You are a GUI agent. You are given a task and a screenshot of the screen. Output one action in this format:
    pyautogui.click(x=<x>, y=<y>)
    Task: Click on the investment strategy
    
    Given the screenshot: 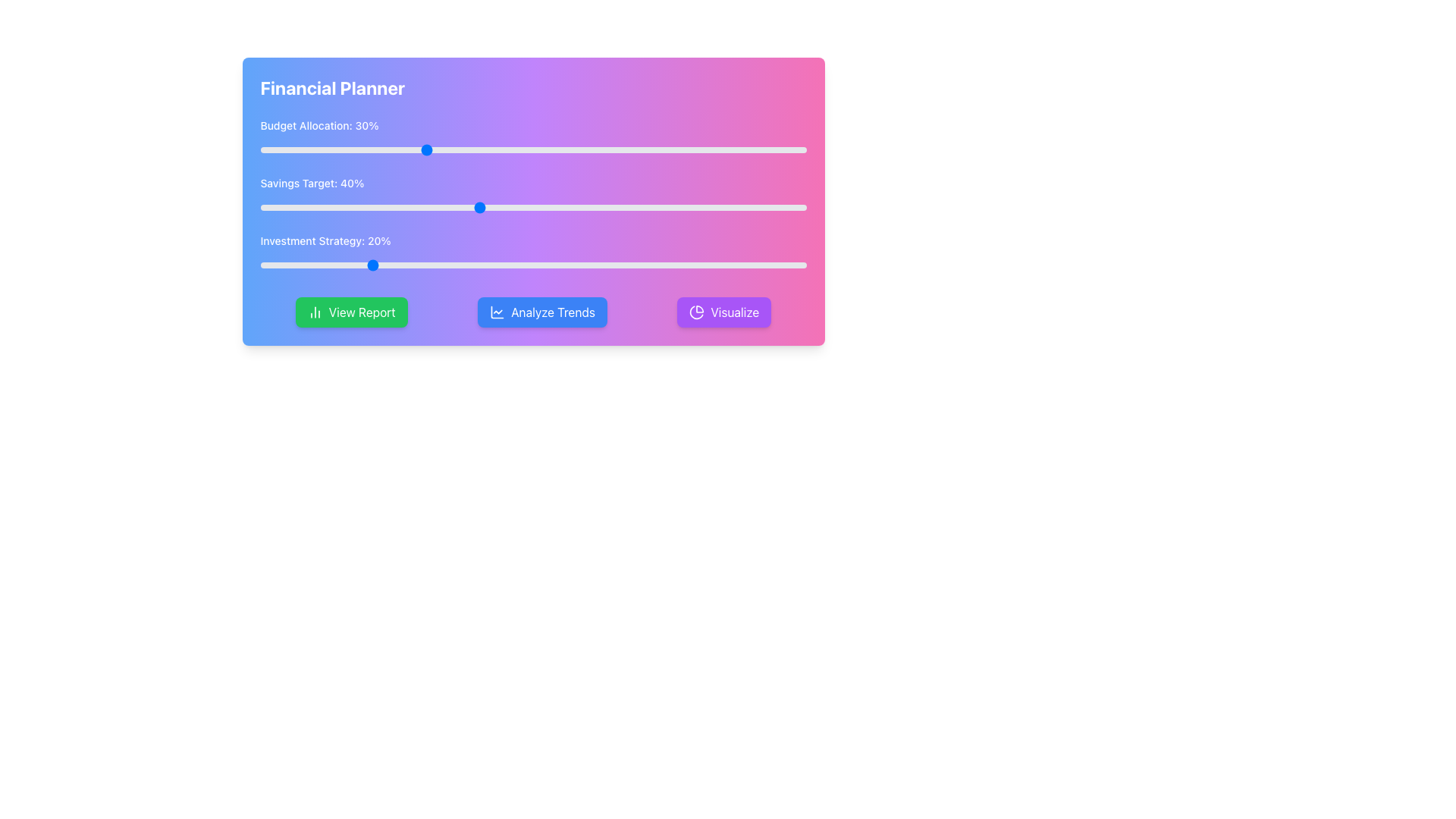 What is the action you would take?
    pyautogui.click(x=364, y=265)
    